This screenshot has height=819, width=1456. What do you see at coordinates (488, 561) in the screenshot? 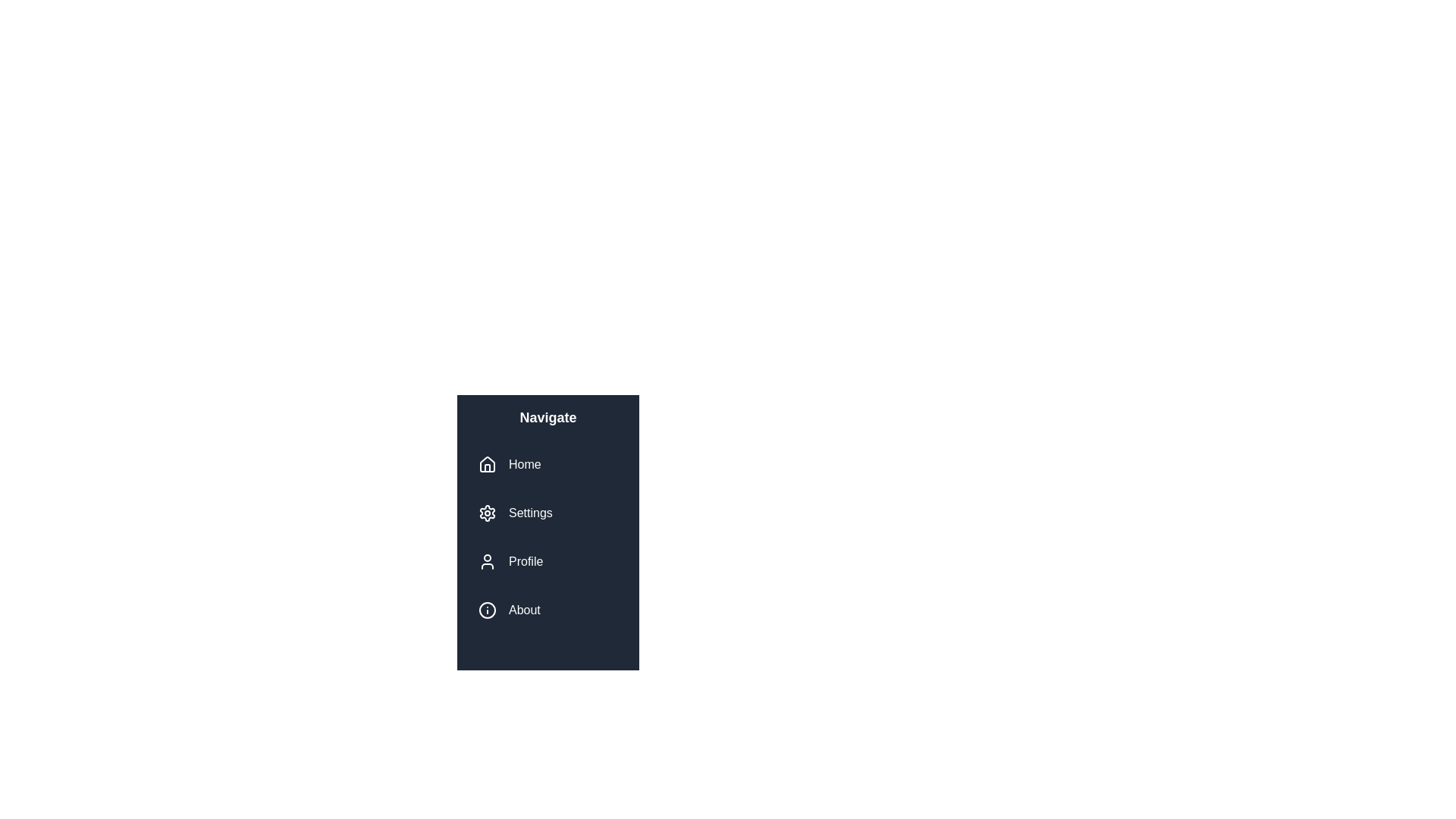
I see `the user profile icon in the navigation menu` at bounding box center [488, 561].